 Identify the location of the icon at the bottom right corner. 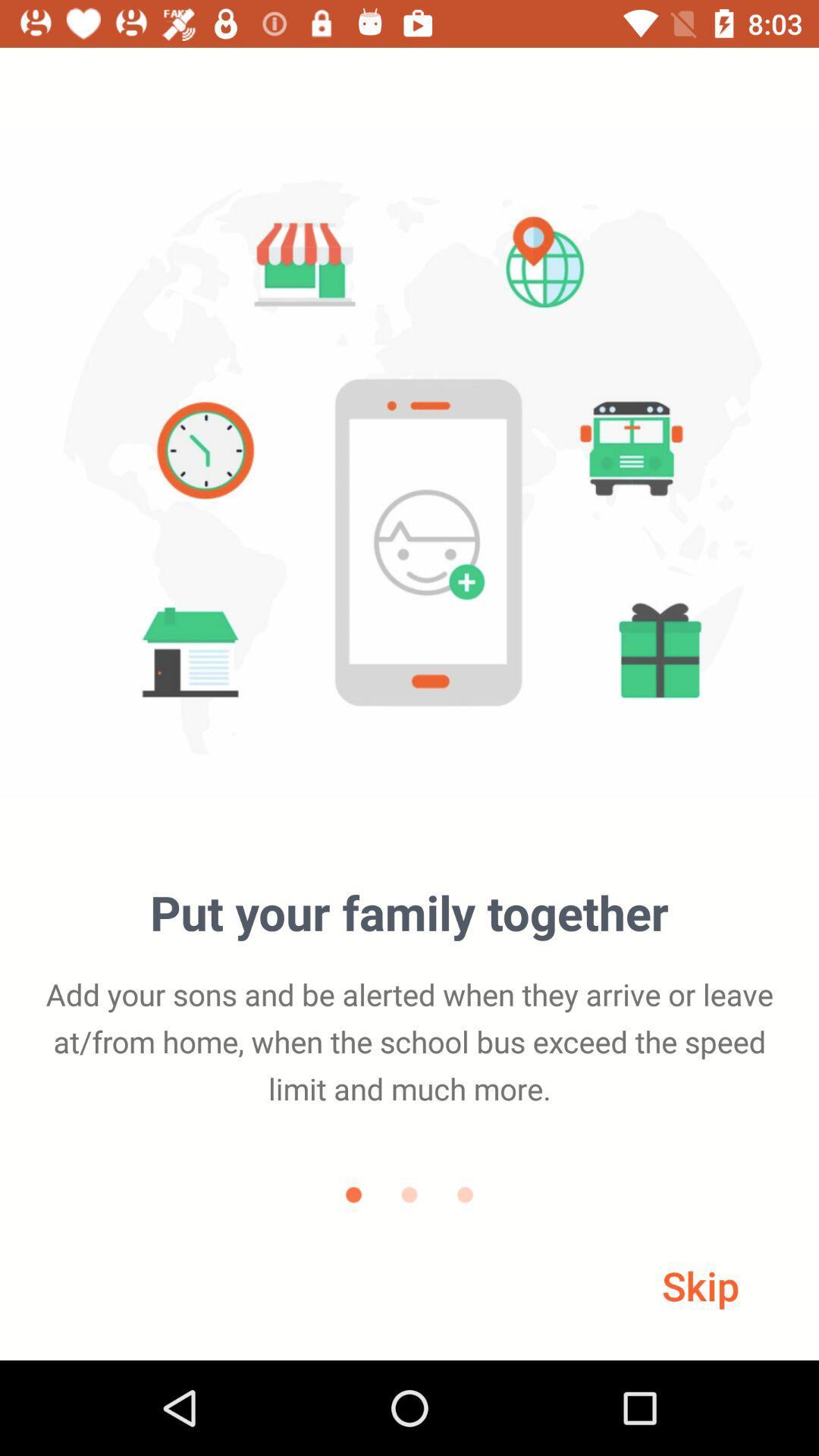
(701, 1285).